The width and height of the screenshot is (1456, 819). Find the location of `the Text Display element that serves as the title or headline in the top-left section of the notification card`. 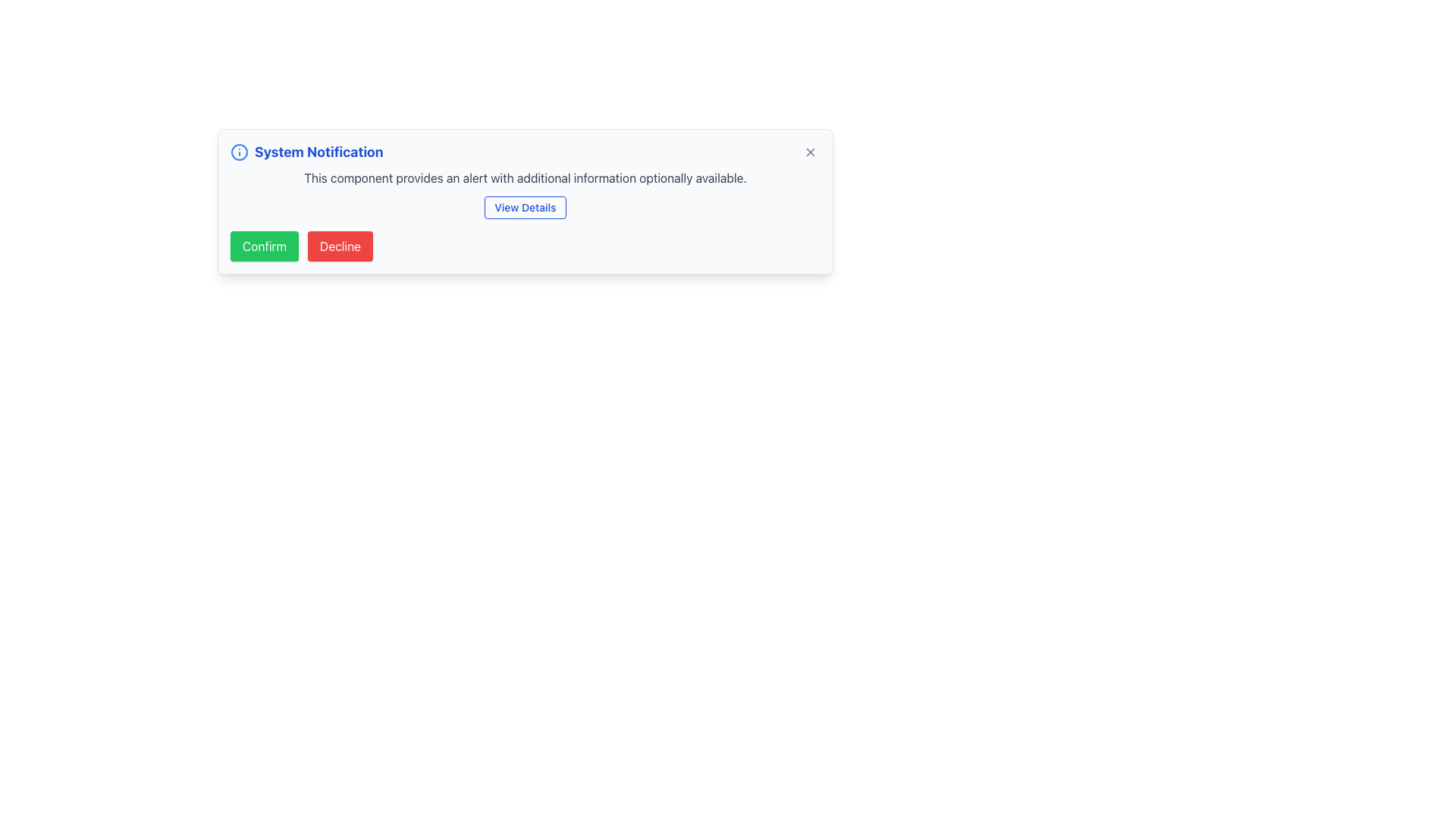

the Text Display element that serves as the title or headline in the top-left section of the notification card is located at coordinates (318, 152).